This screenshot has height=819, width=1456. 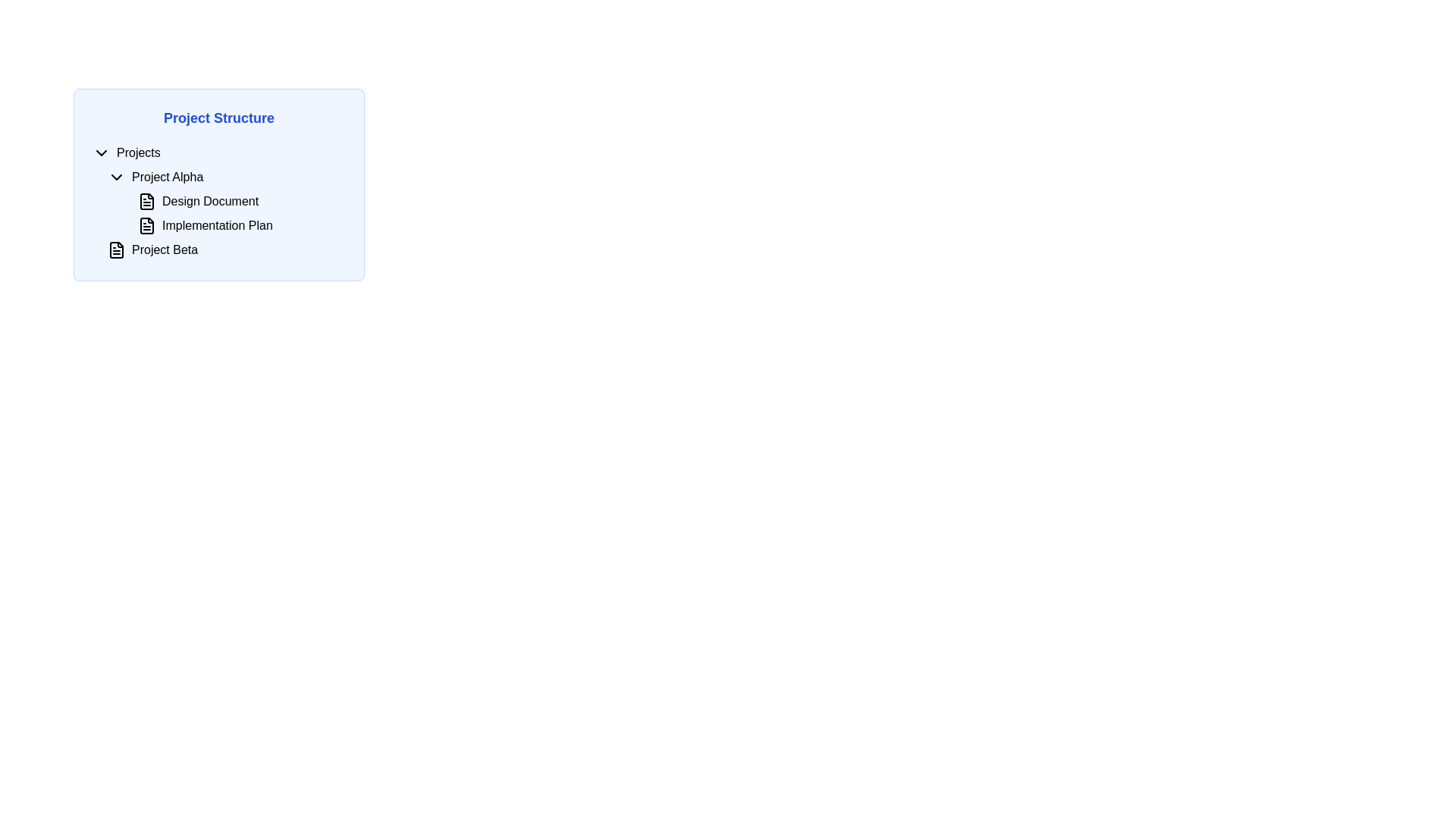 What do you see at coordinates (146, 225) in the screenshot?
I see `the icon representing the 'Implementation Plan' entry located in the expandable list under 'Project Alpha' in the 'Project Structure' section` at bounding box center [146, 225].